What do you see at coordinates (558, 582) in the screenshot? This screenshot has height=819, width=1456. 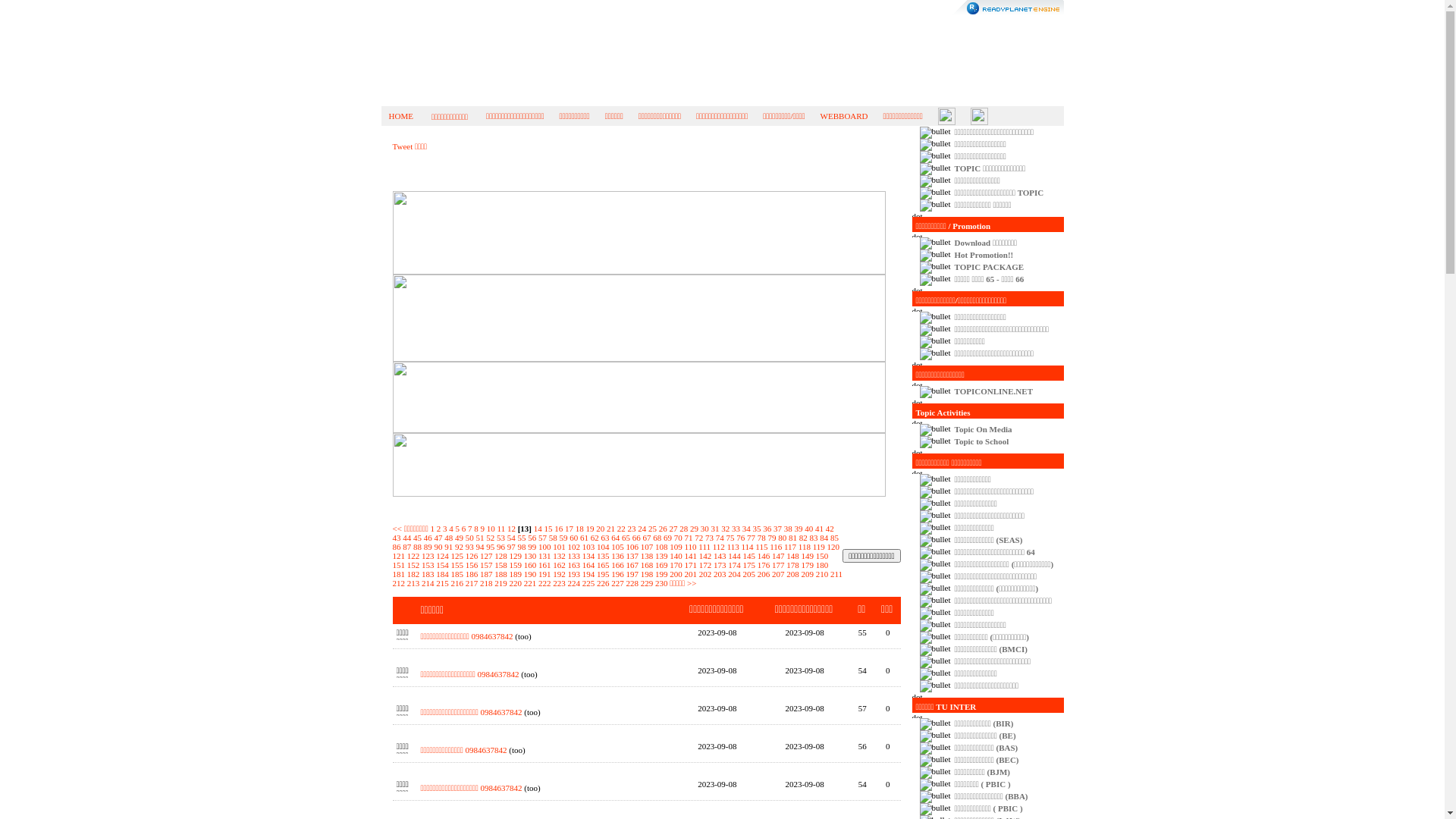 I see `'223'` at bounding box center [558, 582].